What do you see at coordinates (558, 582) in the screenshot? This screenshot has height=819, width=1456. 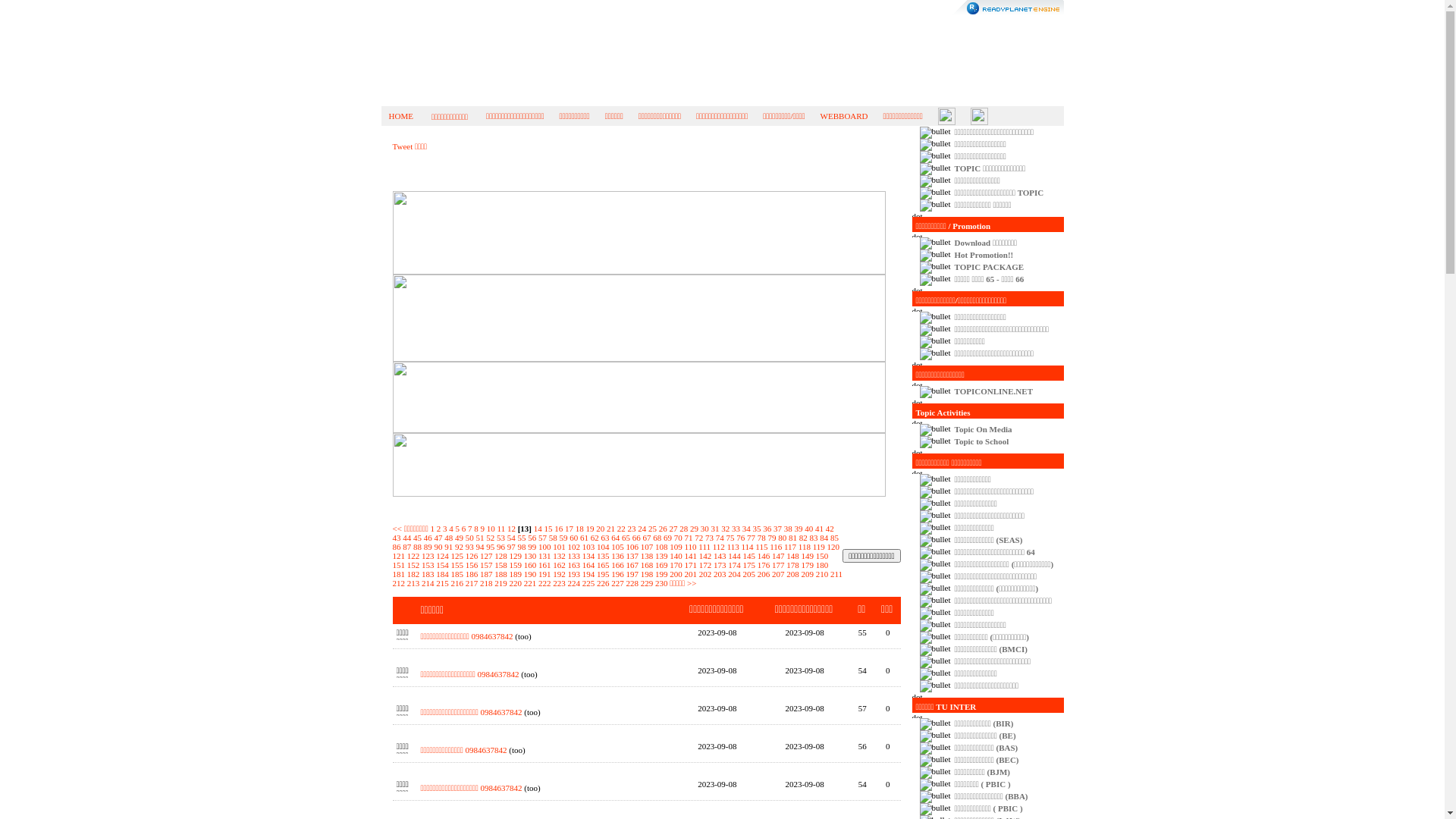 I see `'223'` at bounding box center [558, 582].